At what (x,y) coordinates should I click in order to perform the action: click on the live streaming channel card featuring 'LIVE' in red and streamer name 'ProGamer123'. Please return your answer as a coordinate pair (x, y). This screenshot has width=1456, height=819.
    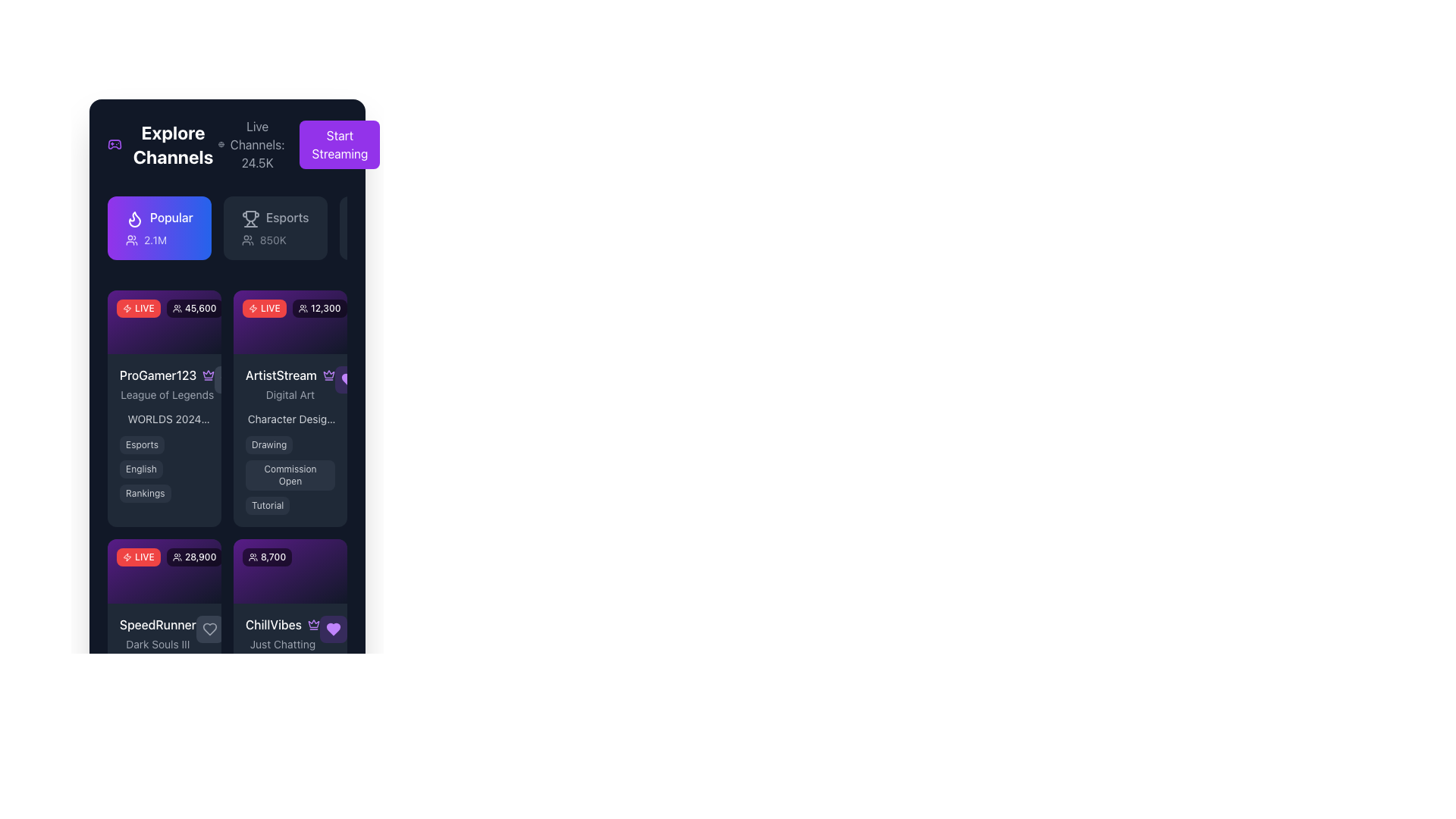
    Looking at the image, I should click on (164, 408).